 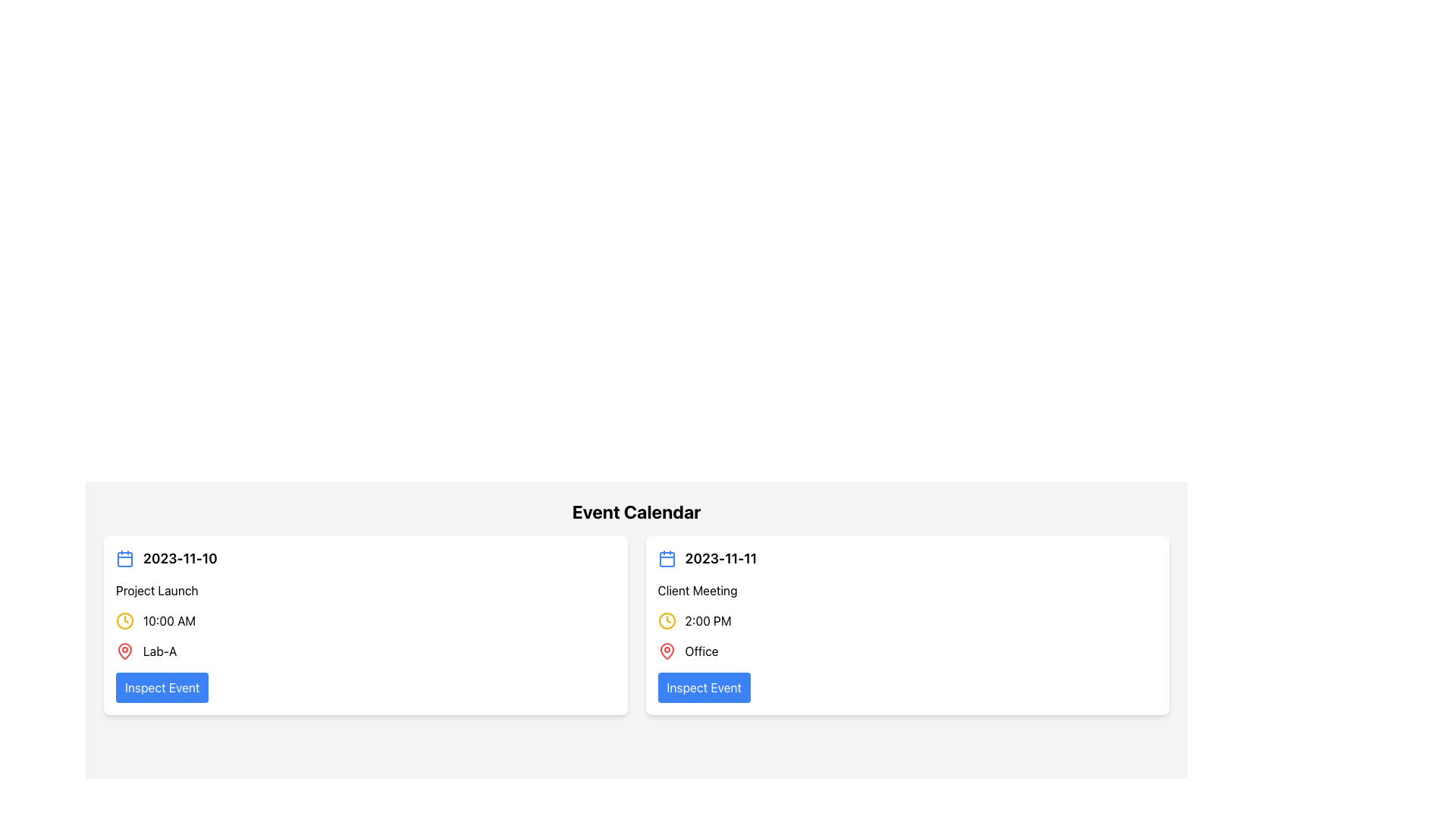 What do you see at coordinates (720, 558) in the screenshot?
I see `the date '2023-11-11' displayed in bold next to the blue calendar icon in the event calendar section` at bounding box center [720, 558].